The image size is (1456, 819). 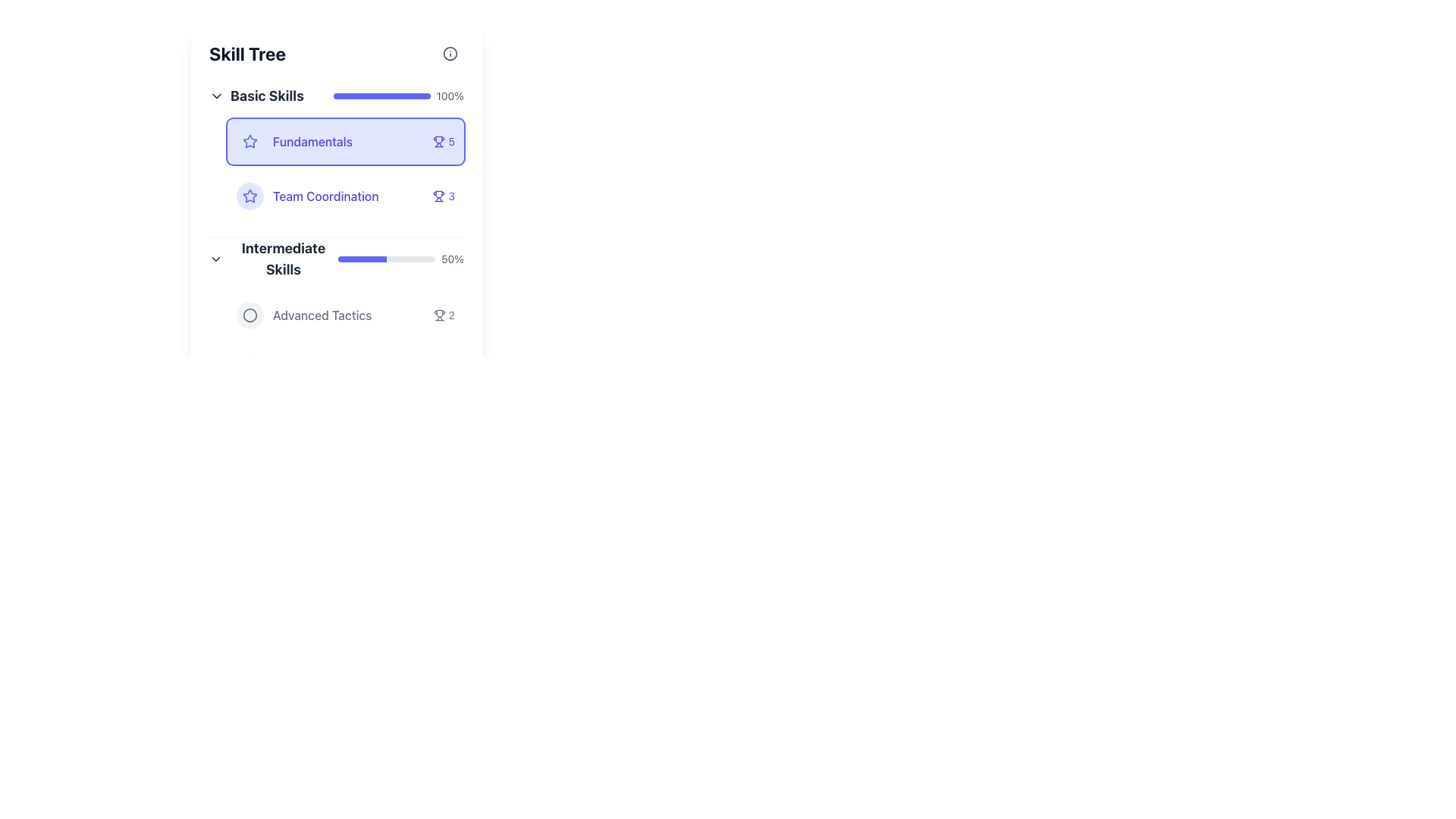 What do you see at coordinates (345, 169) in the screenshot?
I see `the card-style informational component in the 'Skill Tree' interface that displays 'Fundamentals' and 'Team Coordination' with associated trophy icons` at bounding box center [345, 169].